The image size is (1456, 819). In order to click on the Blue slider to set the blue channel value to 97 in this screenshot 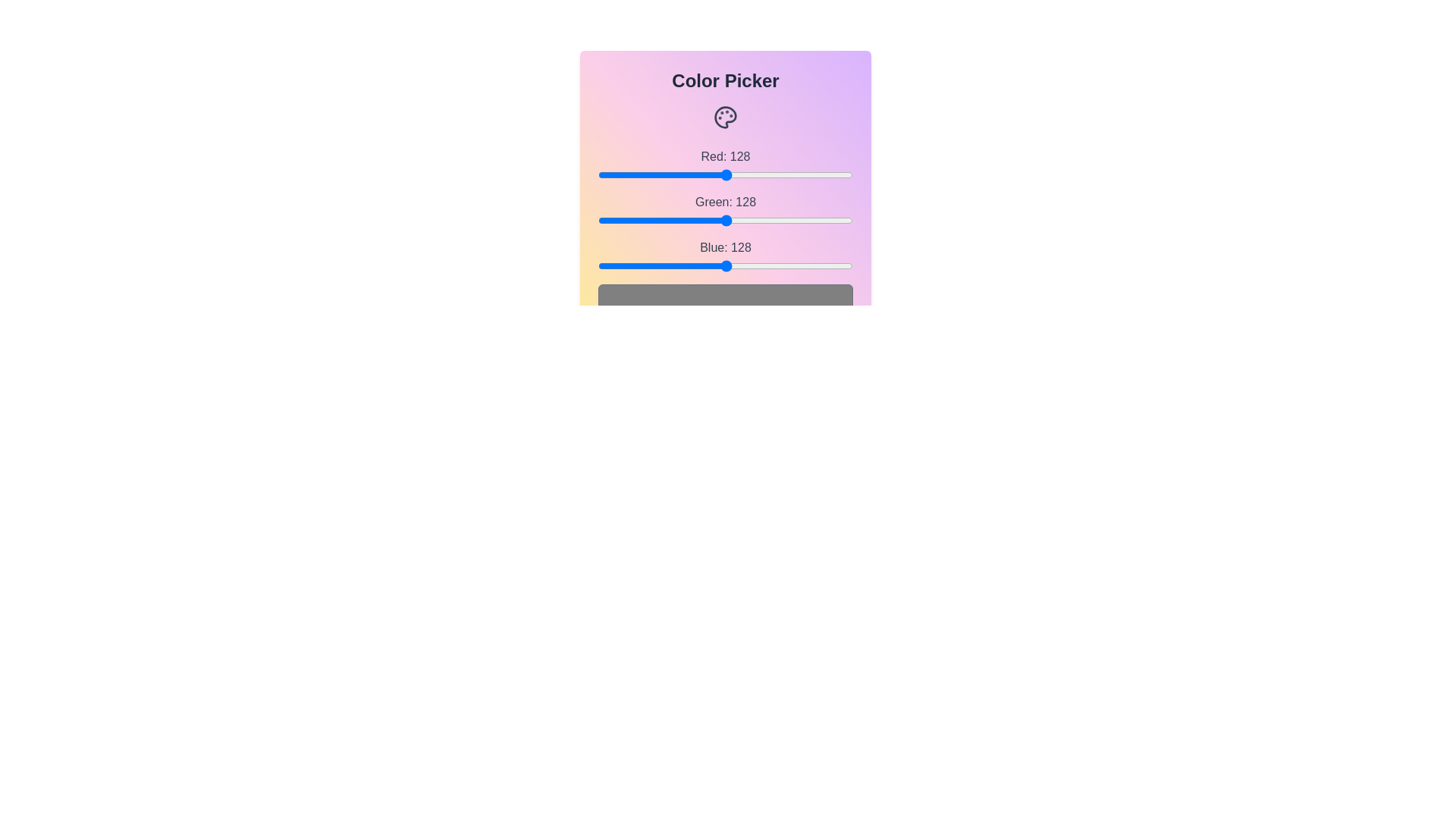, I will do `click(694, 265)`.